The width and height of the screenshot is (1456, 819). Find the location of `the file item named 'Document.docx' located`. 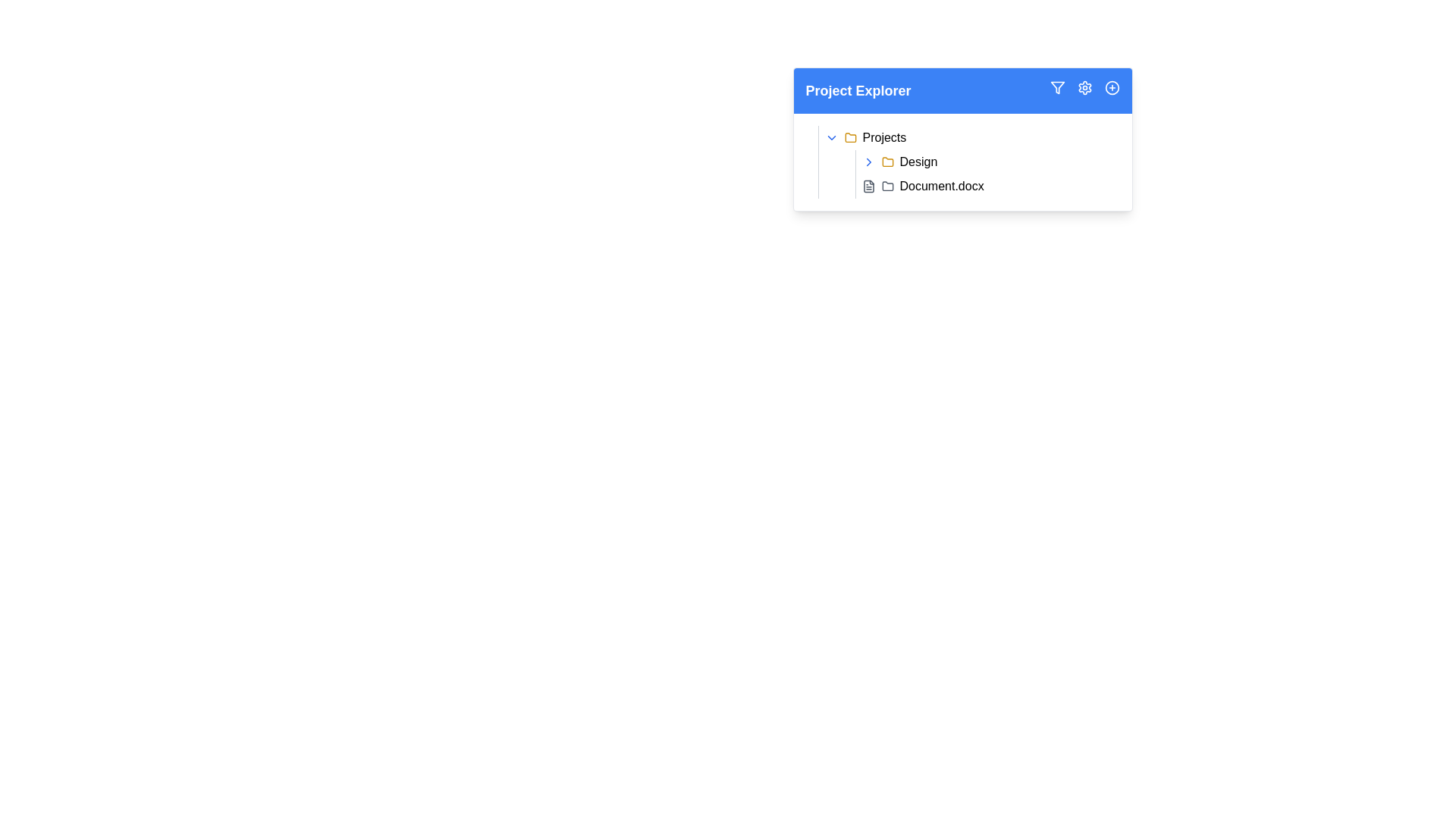

the file item named 'Document.docx' located is located at coordinates (987, 186).